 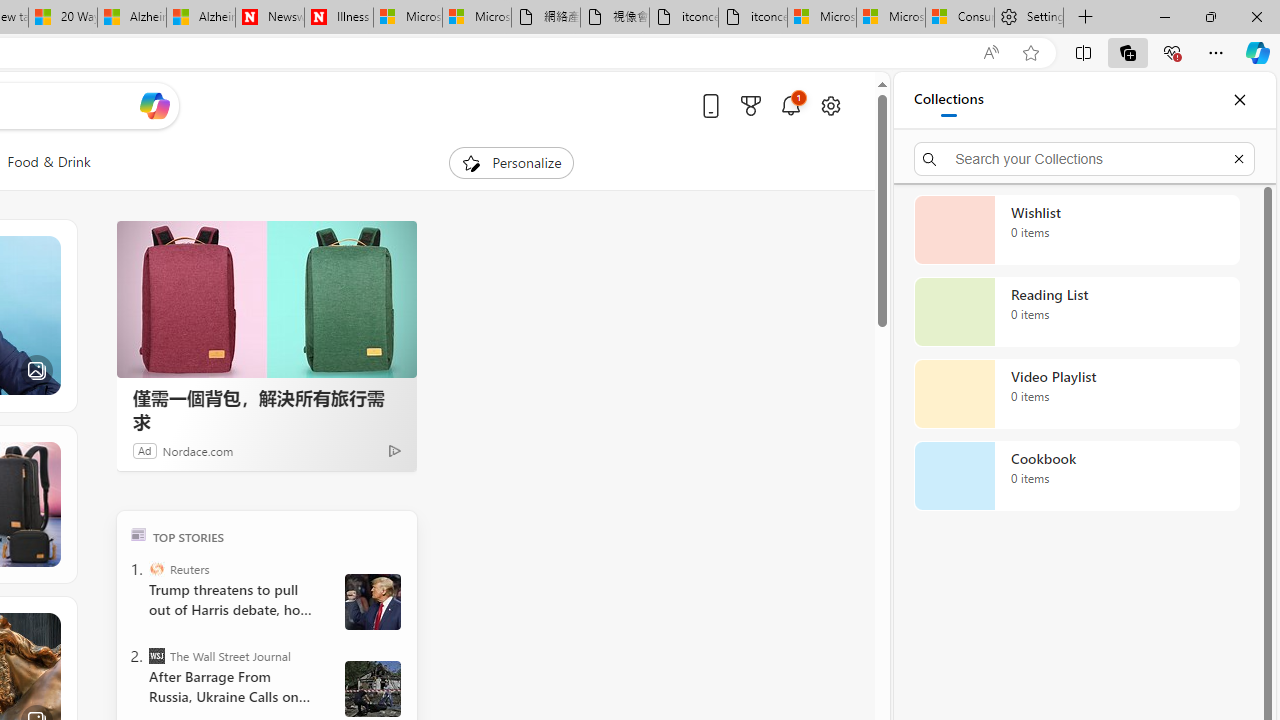 I want to click on 'itconcepthk.com/projector_solutions.mp4', so click(x=752, y=17).